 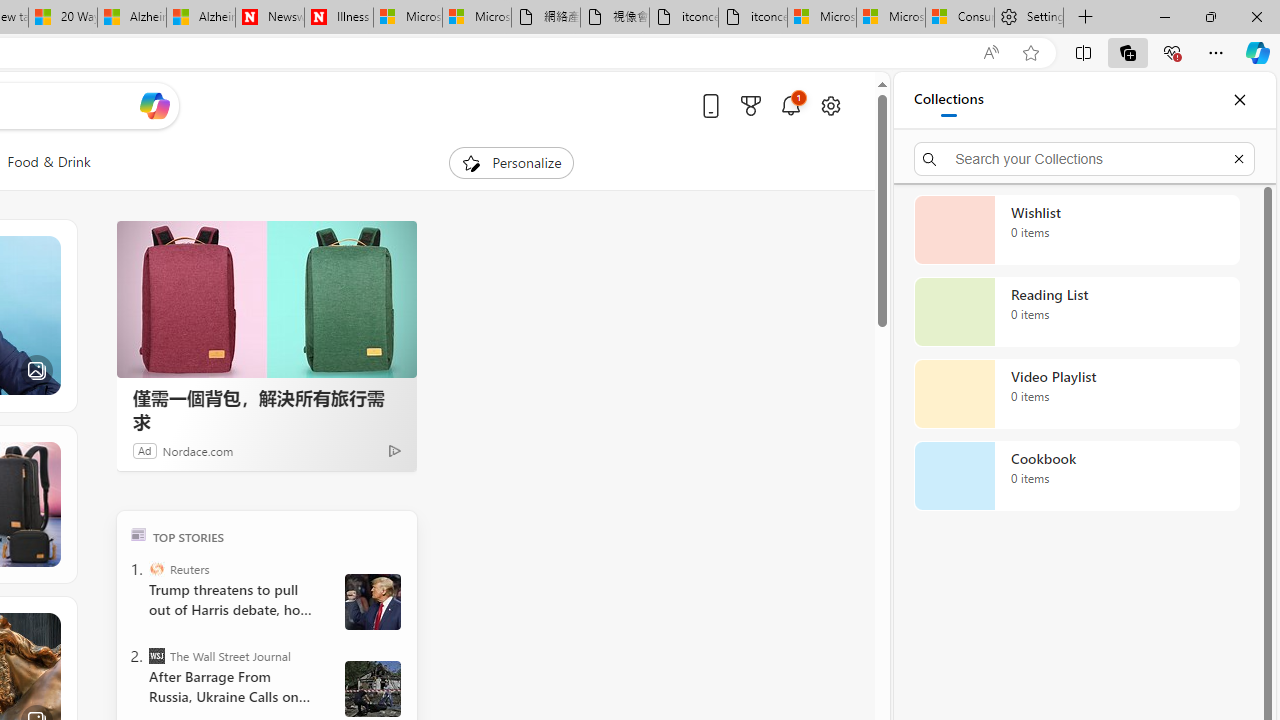 I want to click on 'itconcepthk.com/projector_solutions.mp4', so click(x=752, y=17).